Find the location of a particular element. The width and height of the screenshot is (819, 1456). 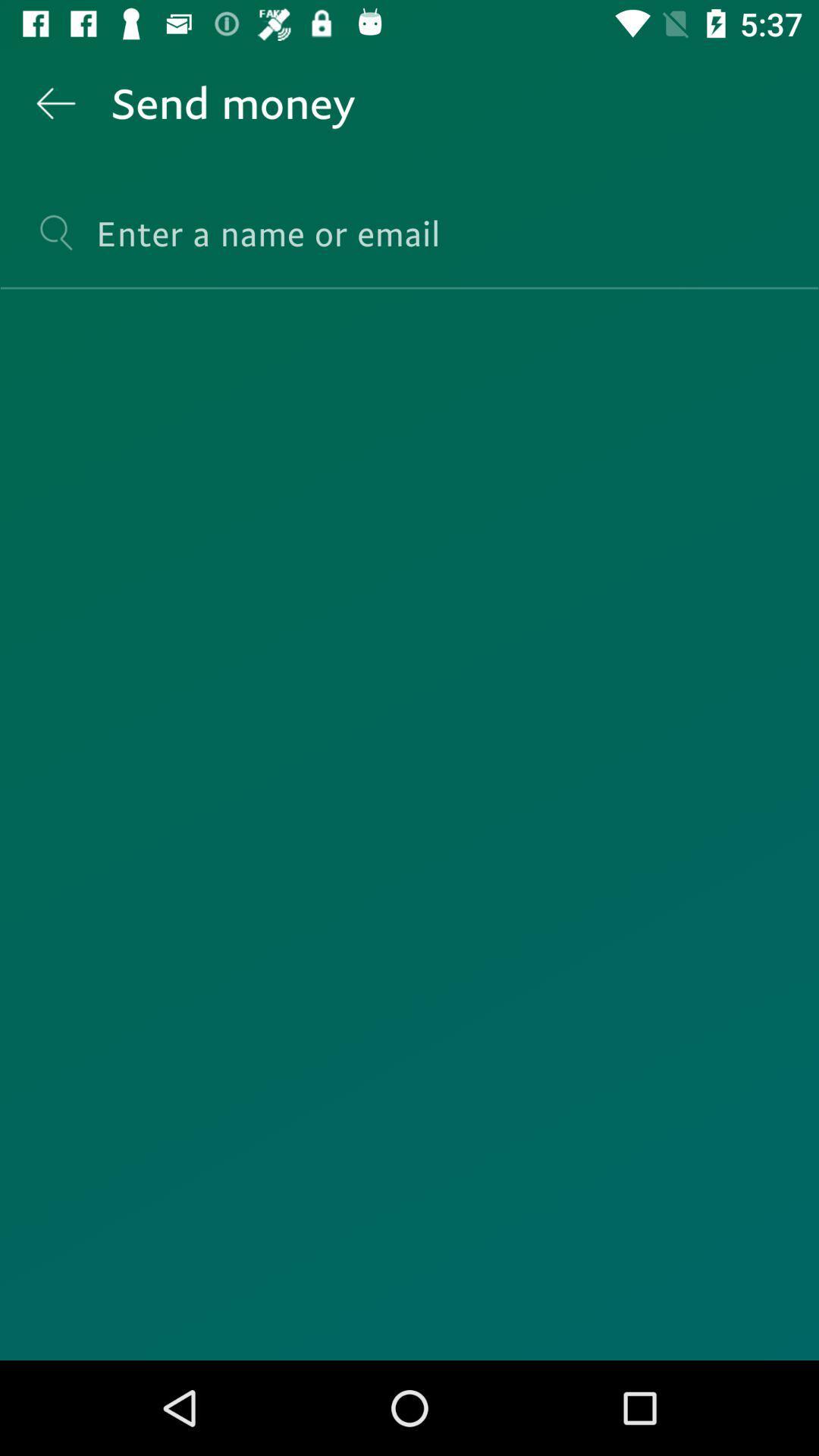

search for a name or email is located at coordinates (409, 246).